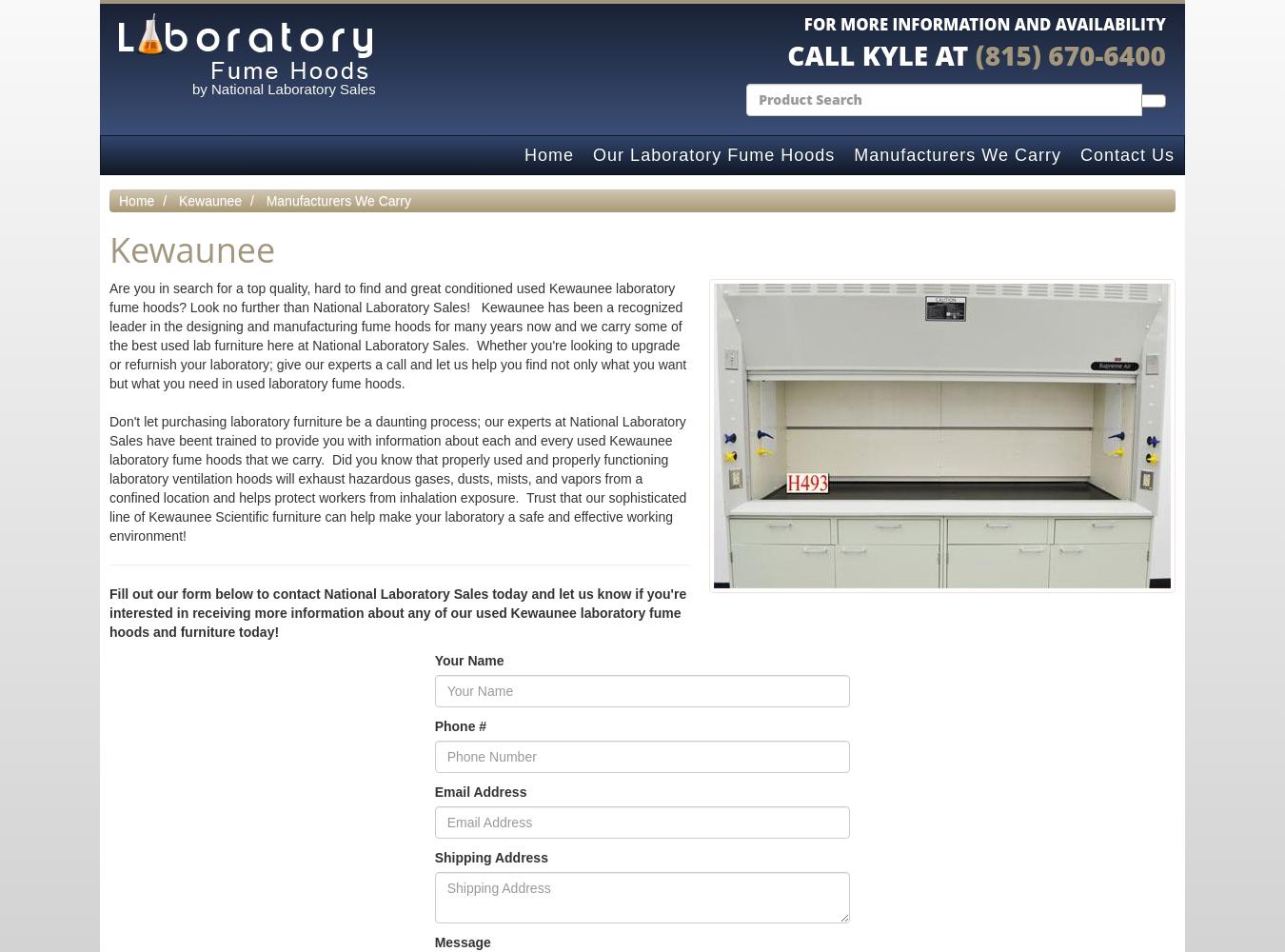 The height and width of the screenshot is (952, 1285). I want to click on 'Your Name', so click(433, 659).